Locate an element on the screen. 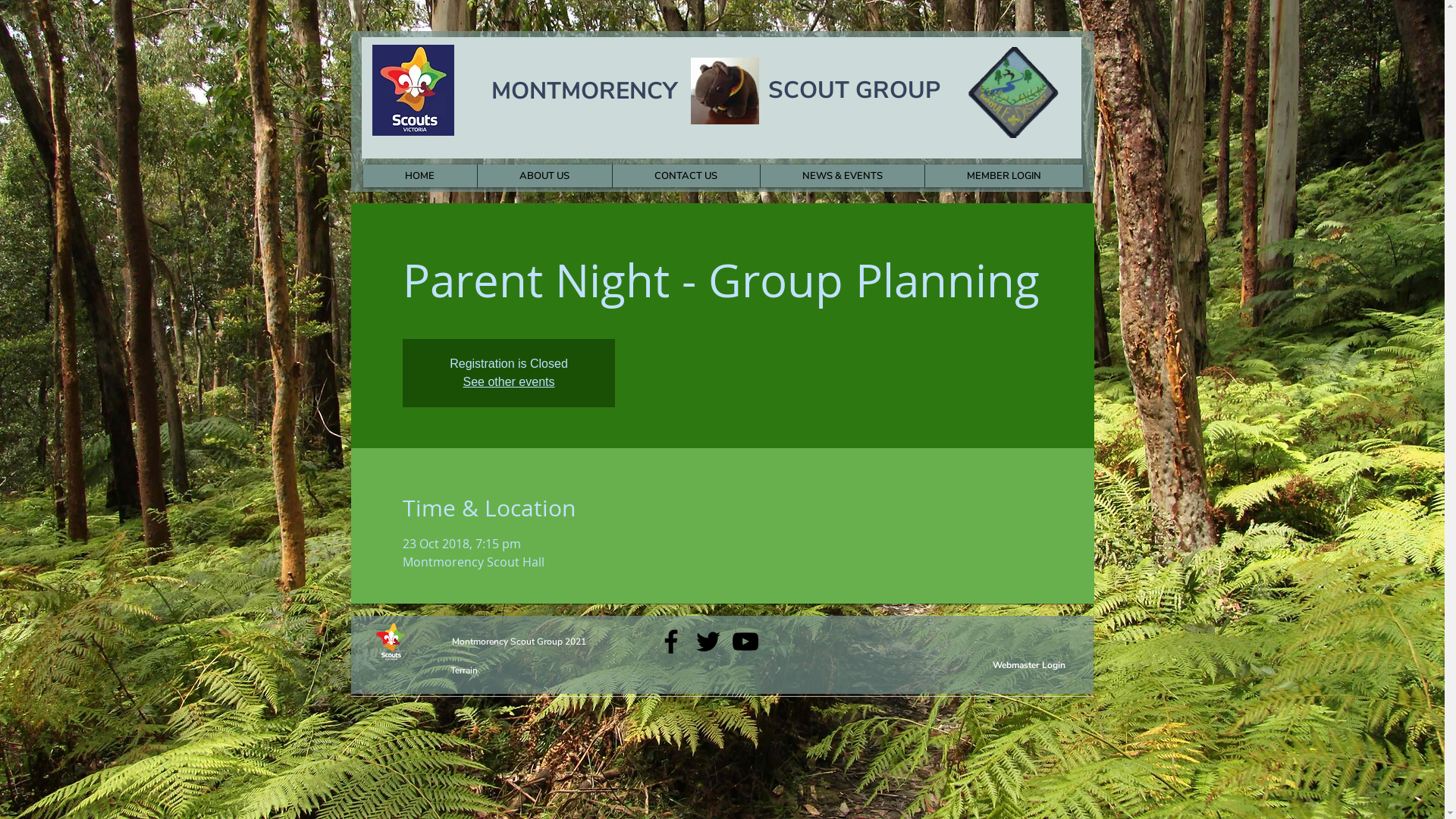 This screenshot has width=1456, height=819. 'Terrain ' is located at coordinates (464, 669).